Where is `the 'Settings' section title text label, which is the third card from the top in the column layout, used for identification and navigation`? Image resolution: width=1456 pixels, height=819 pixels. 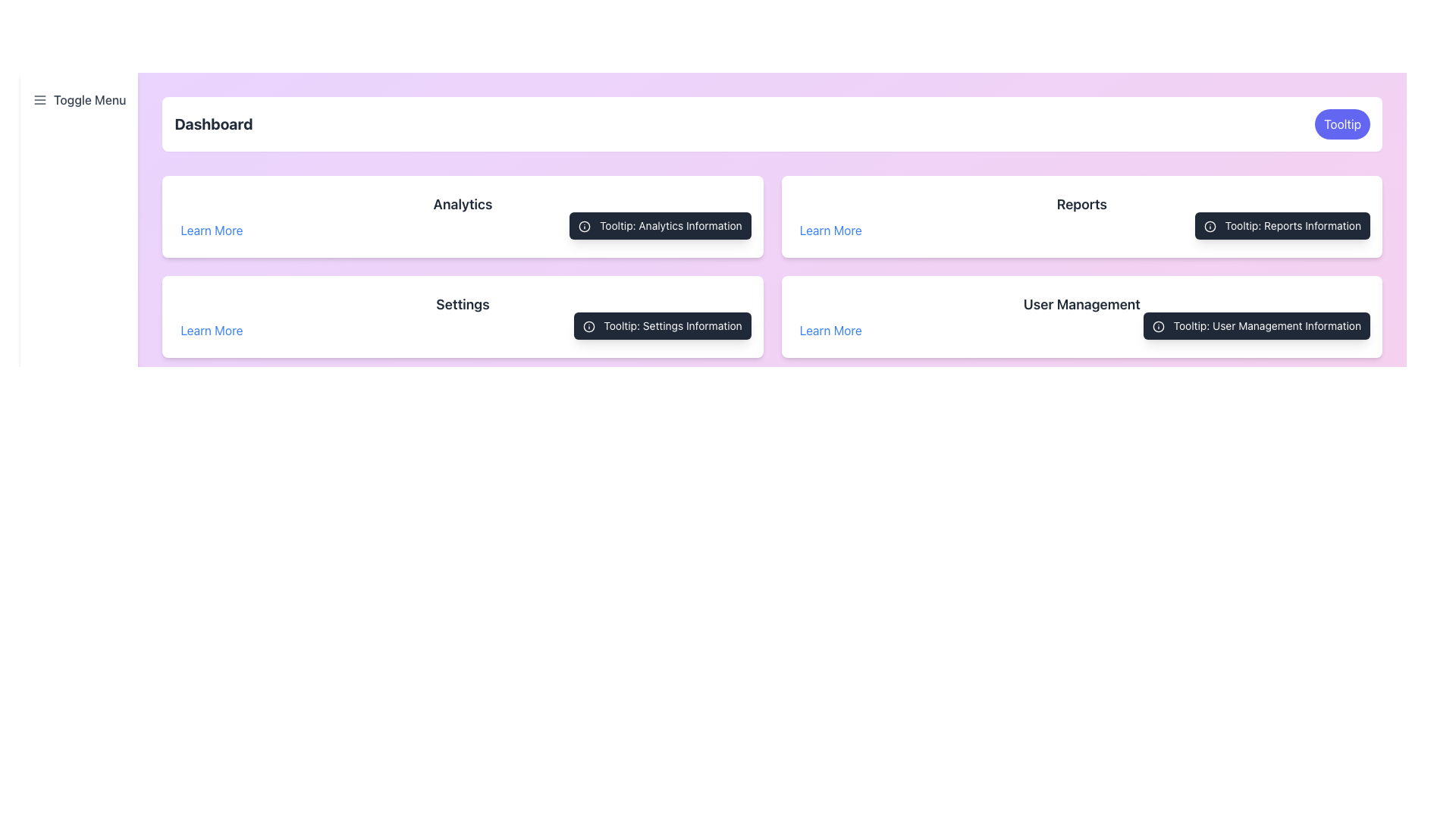 the 'Settings' section title text label, which is the third card from the top in the column layout, used for identification and navigation is located at coordinates (462, 304).